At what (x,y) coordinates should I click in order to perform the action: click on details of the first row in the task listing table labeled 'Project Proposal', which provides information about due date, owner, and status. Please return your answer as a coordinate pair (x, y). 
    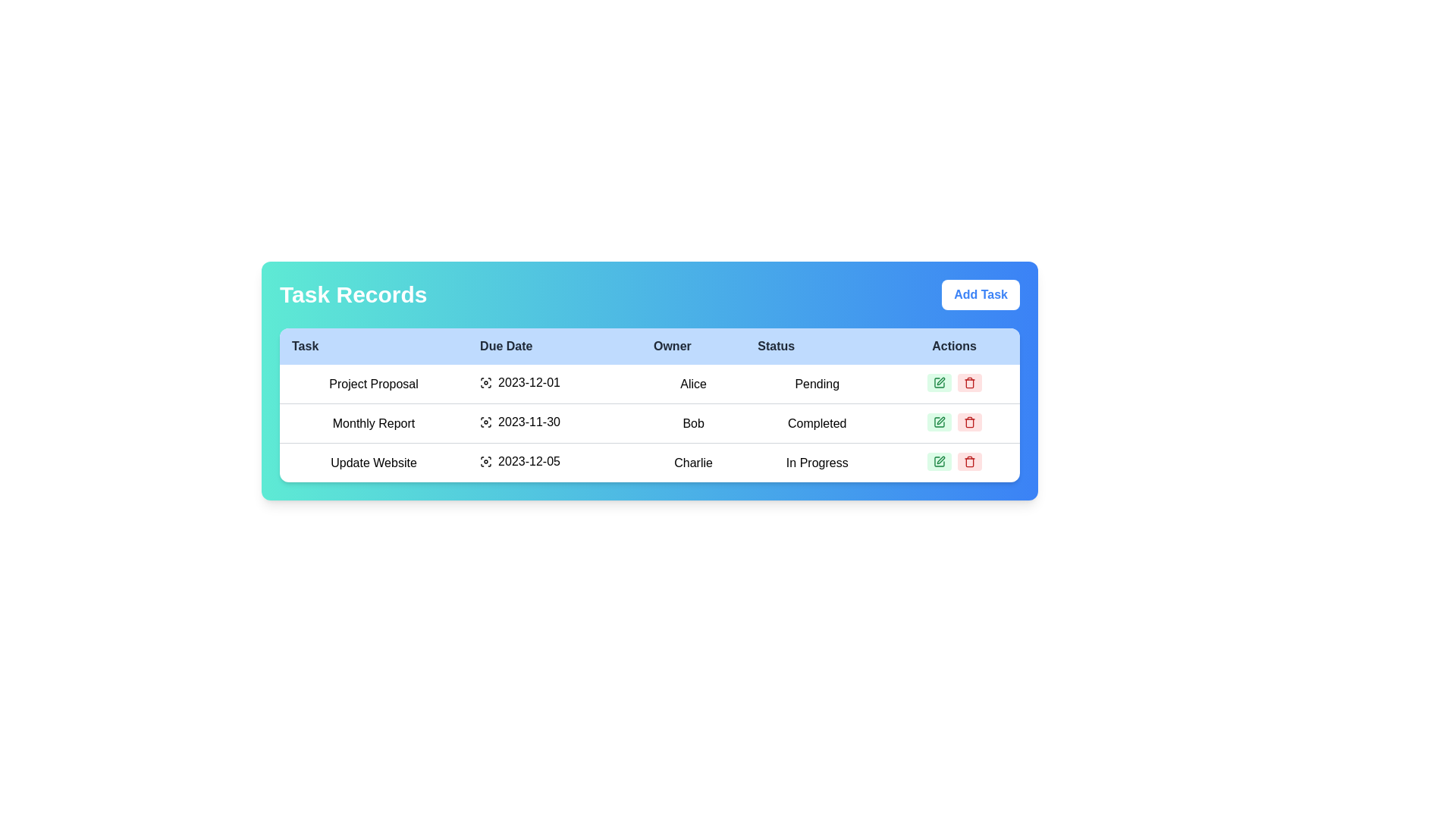
    Looking at the image, I should click on (650, 382).